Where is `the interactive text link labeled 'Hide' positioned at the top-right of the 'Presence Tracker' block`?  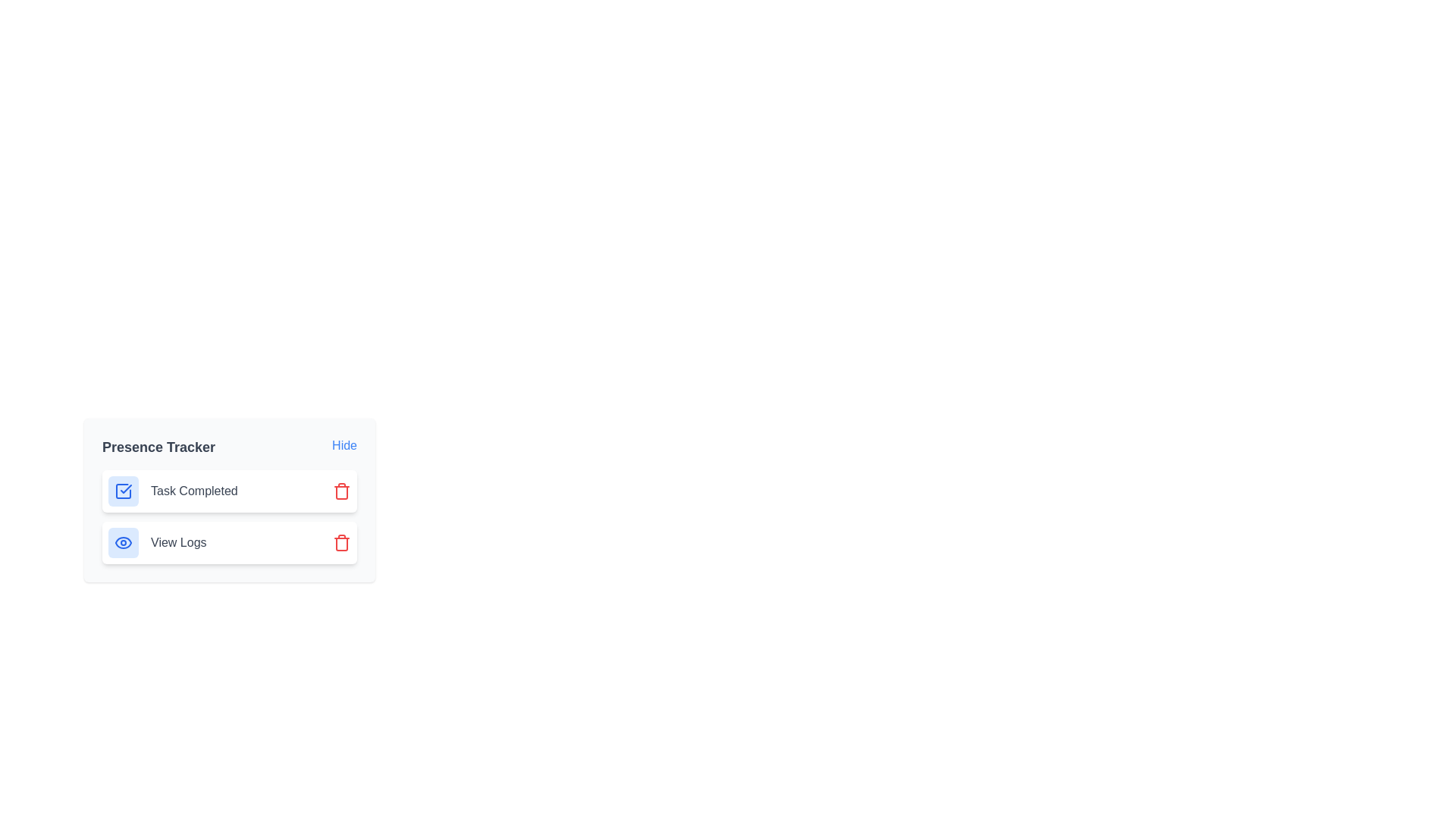 the interactive text link labeled 'Hide' positioned at the top-right of the 'Presence Tracker' block is located at coordinates (344, 444).